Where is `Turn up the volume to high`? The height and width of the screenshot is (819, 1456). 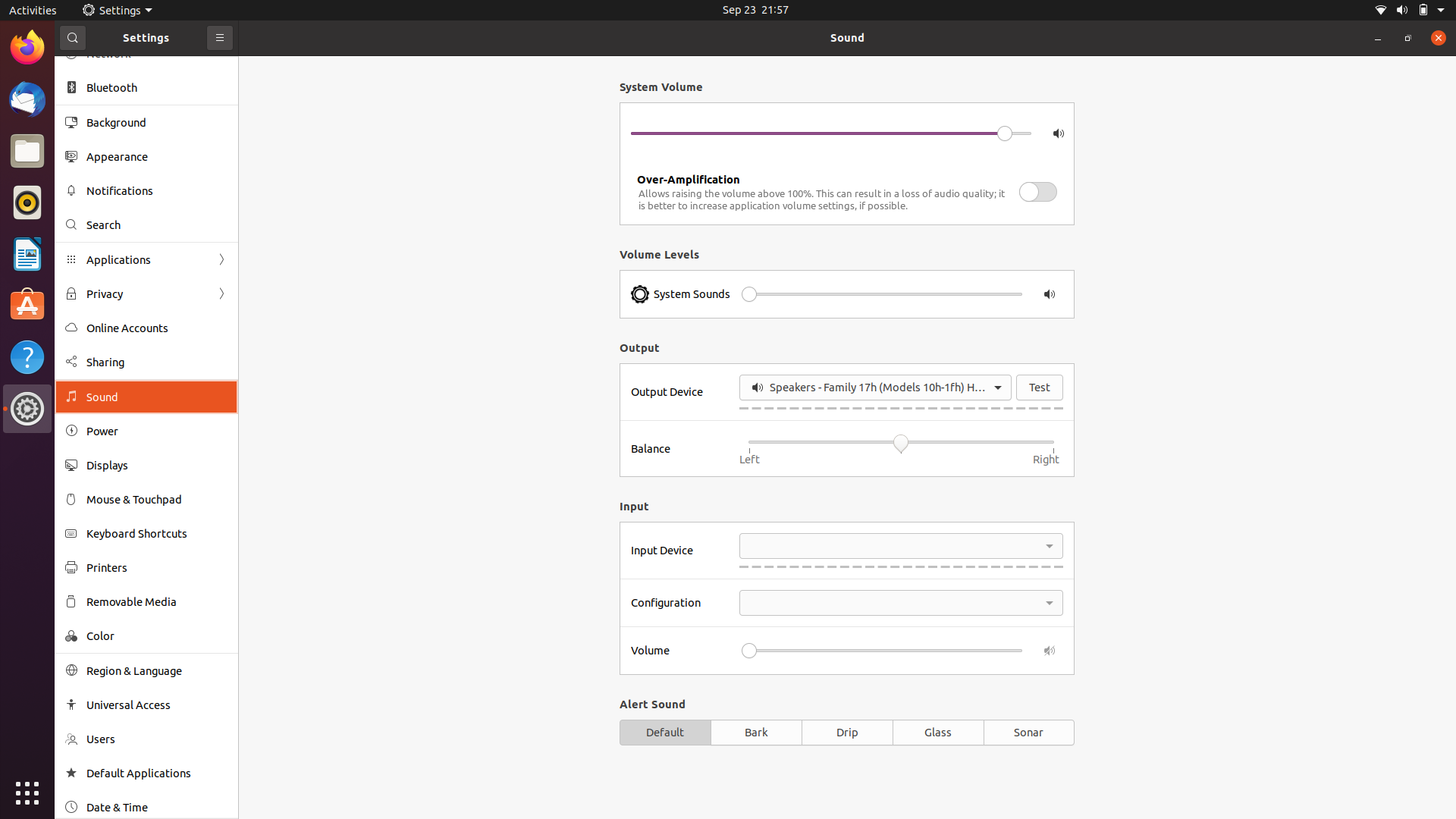
Turn up the volume to high is located at coordinates (993, 294).